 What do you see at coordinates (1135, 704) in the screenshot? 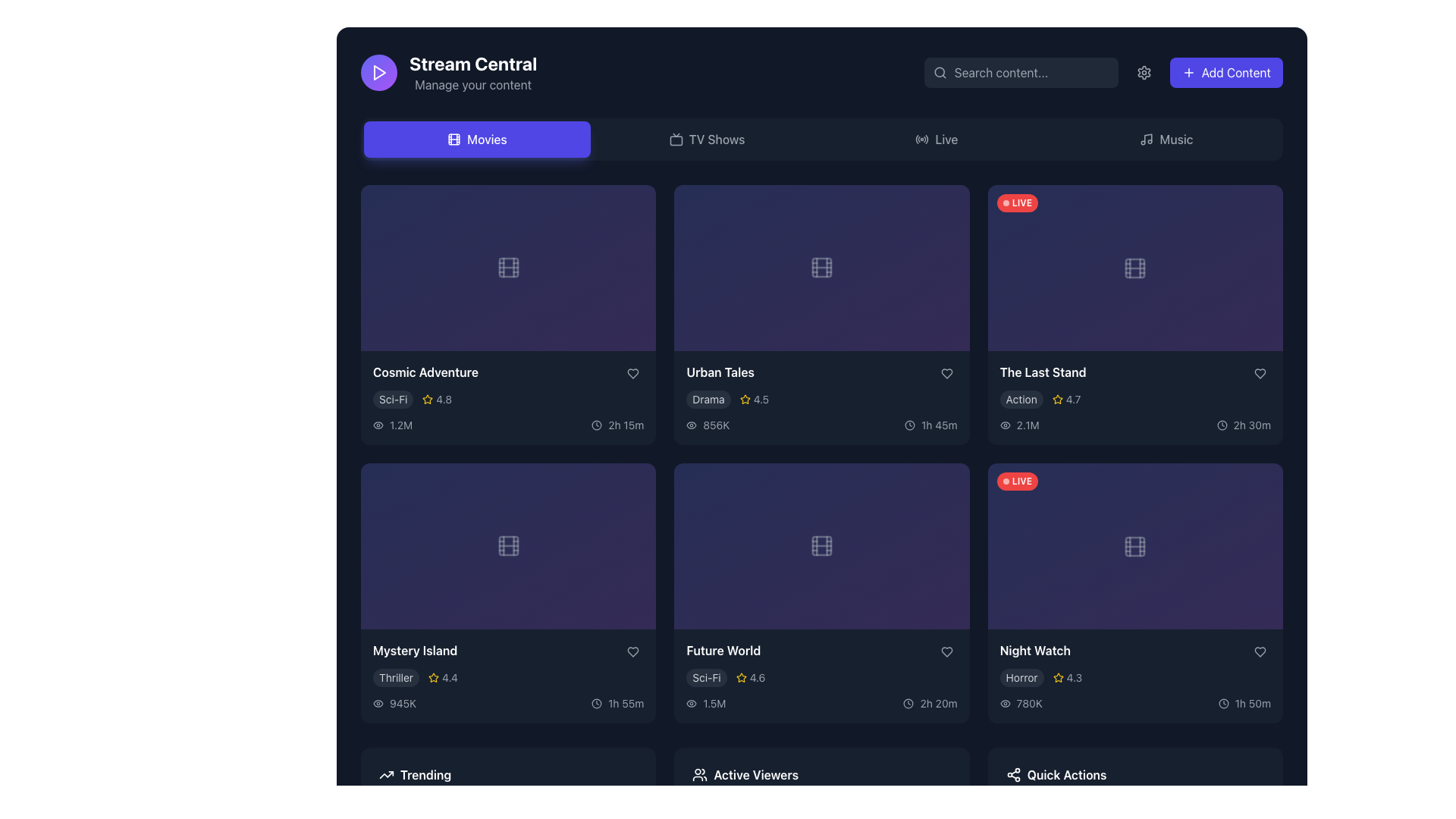
I see `the Statistical information display showing viewer count '780K' and duration '1h 50m' located at the bottom section of the 'Night Watch' card` at bounding box center [1135, 704].